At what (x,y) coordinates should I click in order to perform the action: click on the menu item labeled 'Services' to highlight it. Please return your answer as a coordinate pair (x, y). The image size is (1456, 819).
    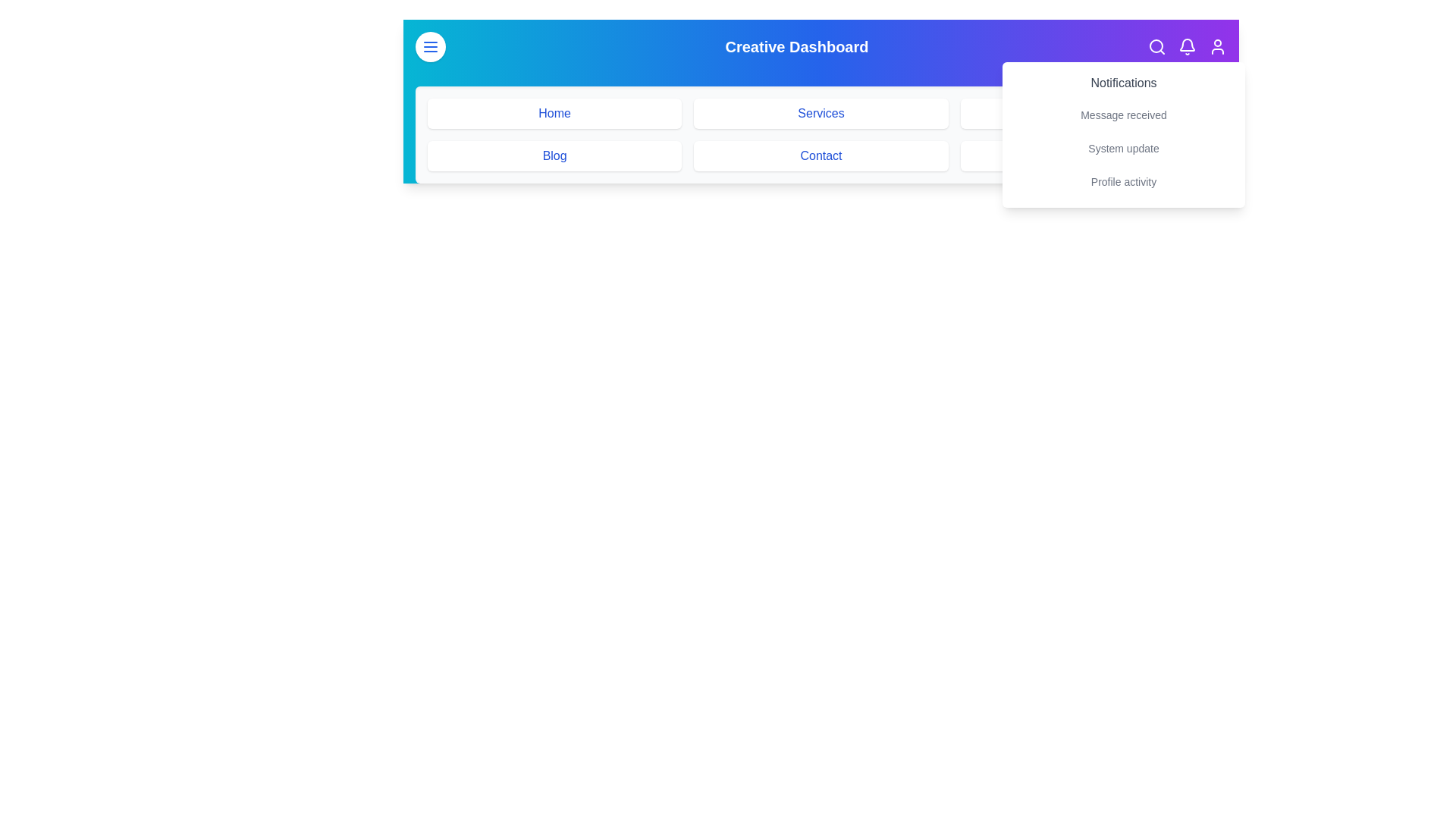
    Looking at the image, I should click on (821, 113).